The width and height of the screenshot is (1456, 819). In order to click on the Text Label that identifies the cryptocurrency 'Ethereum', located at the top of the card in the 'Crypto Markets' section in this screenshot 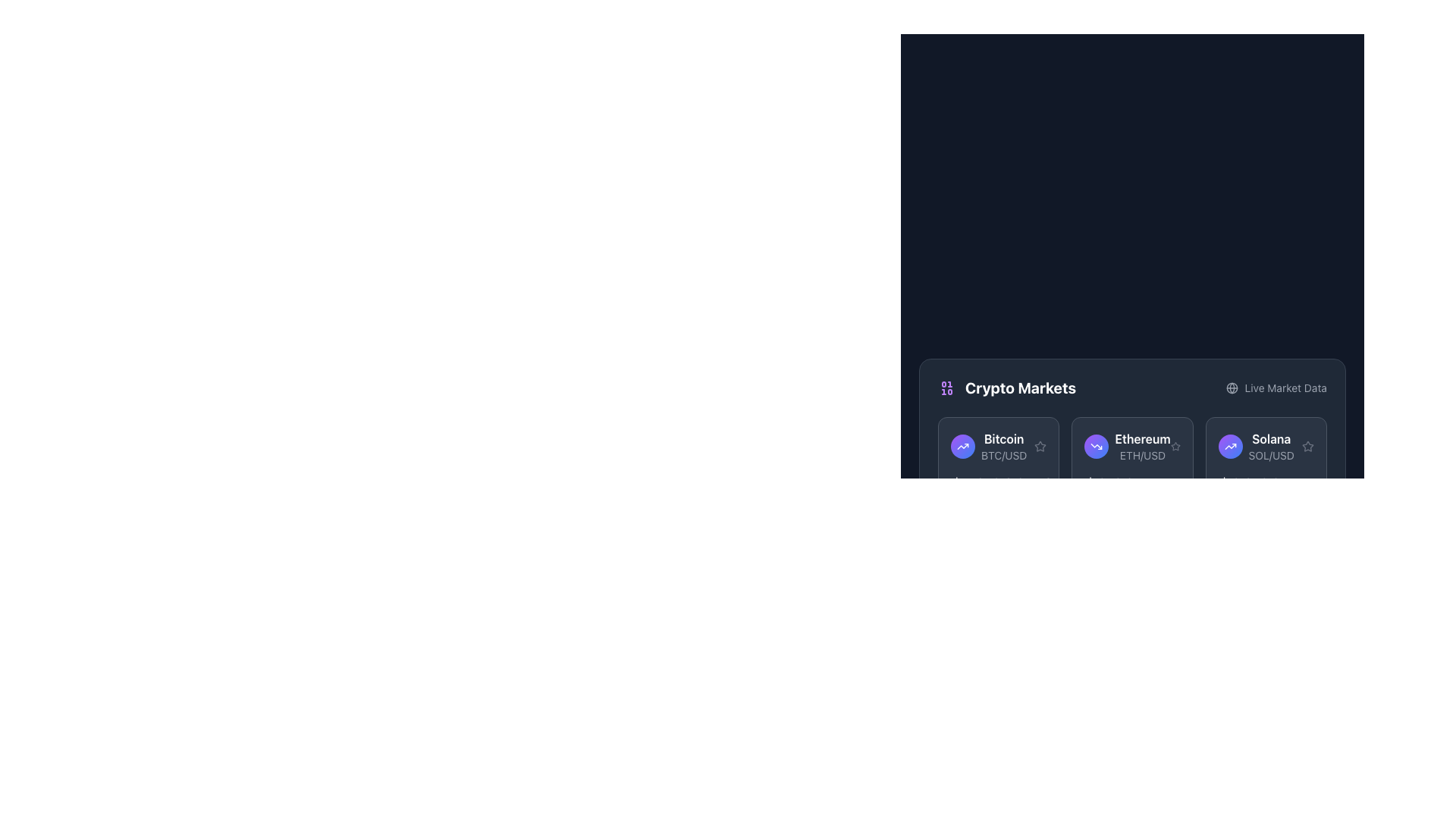, I will do `click(1143, 438)`.